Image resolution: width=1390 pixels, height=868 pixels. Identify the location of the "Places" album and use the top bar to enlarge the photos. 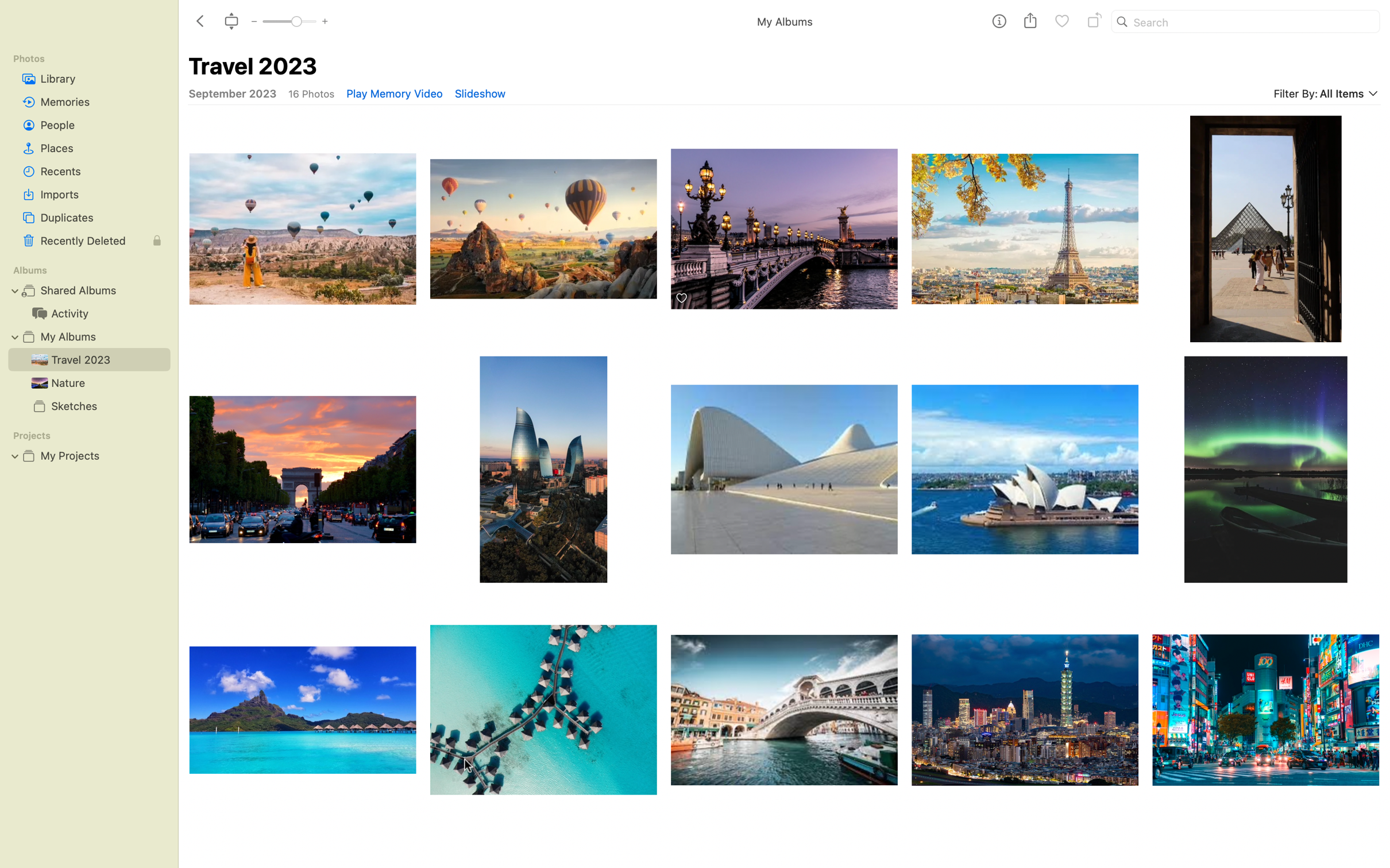
(88, 148).